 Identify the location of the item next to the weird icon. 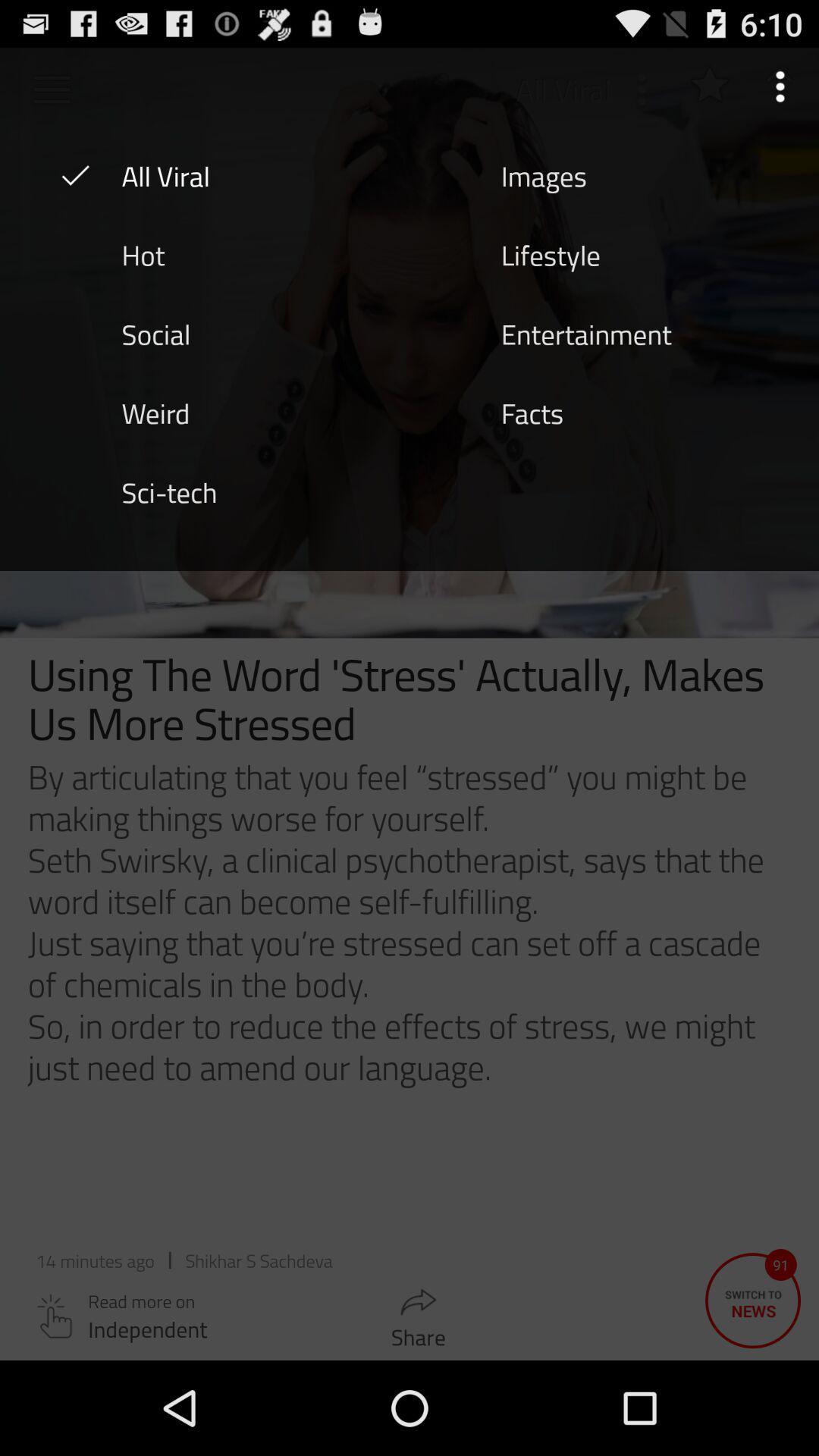
(532, 412).